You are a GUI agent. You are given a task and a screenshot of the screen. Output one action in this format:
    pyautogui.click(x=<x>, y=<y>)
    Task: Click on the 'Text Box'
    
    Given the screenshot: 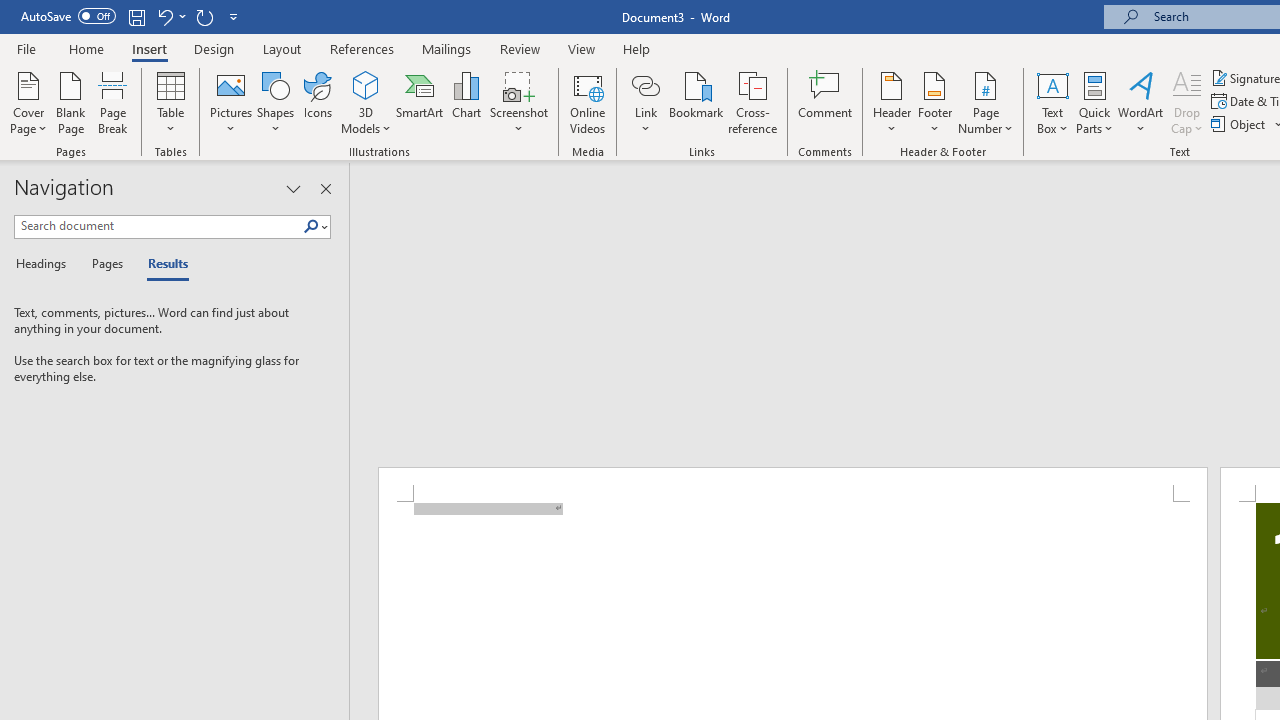 What is the action you would take?
    pyautogui.click(x=1051, y=103)
    